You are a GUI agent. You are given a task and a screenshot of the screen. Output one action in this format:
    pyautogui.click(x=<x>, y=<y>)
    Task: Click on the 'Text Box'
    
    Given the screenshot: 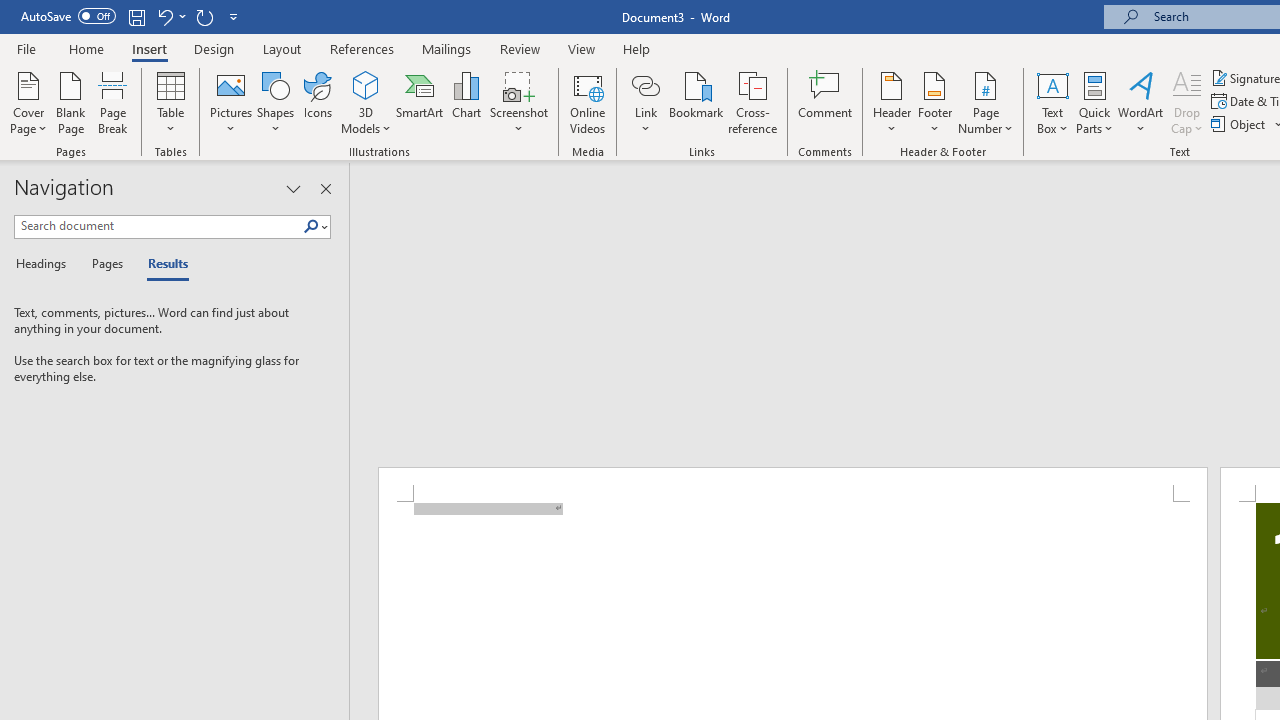 What is the action you would take?
    pyautogui.click(x=1051, y=103)
    